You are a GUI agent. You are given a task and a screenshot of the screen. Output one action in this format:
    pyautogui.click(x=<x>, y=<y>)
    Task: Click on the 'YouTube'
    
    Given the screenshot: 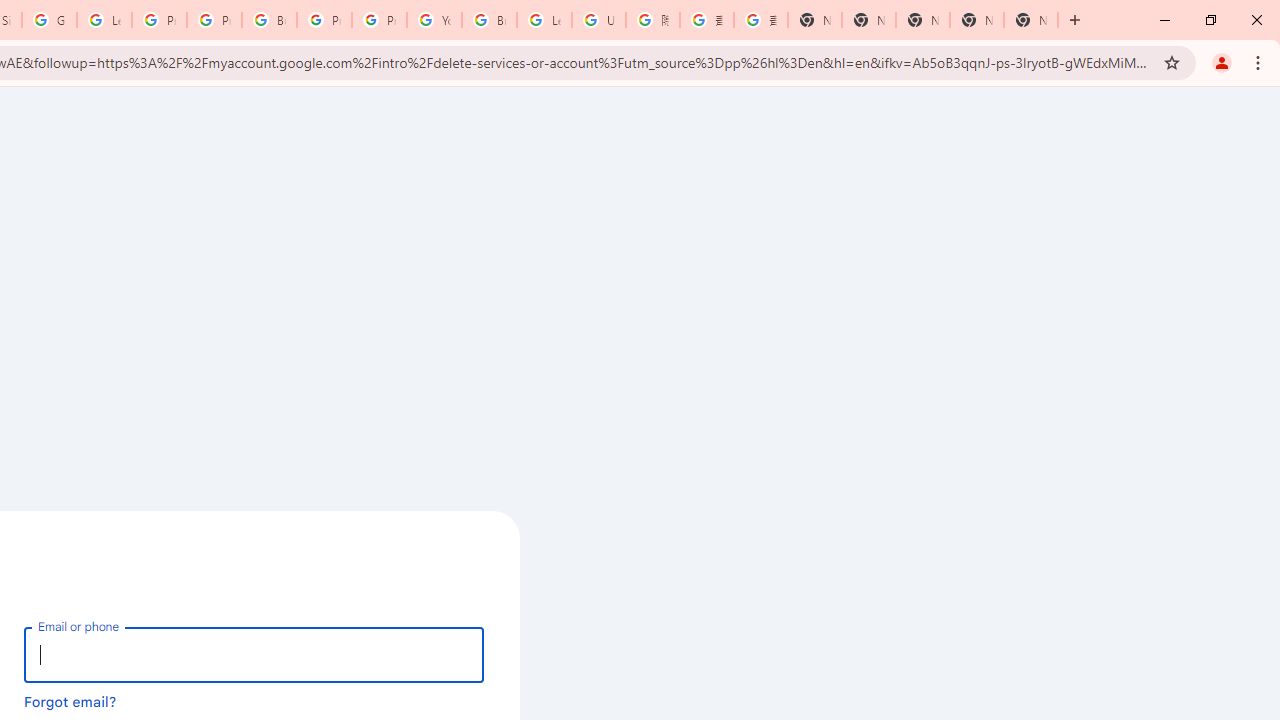 What is the action you would take?
    pyautogui.click(x=433, y=20)
    